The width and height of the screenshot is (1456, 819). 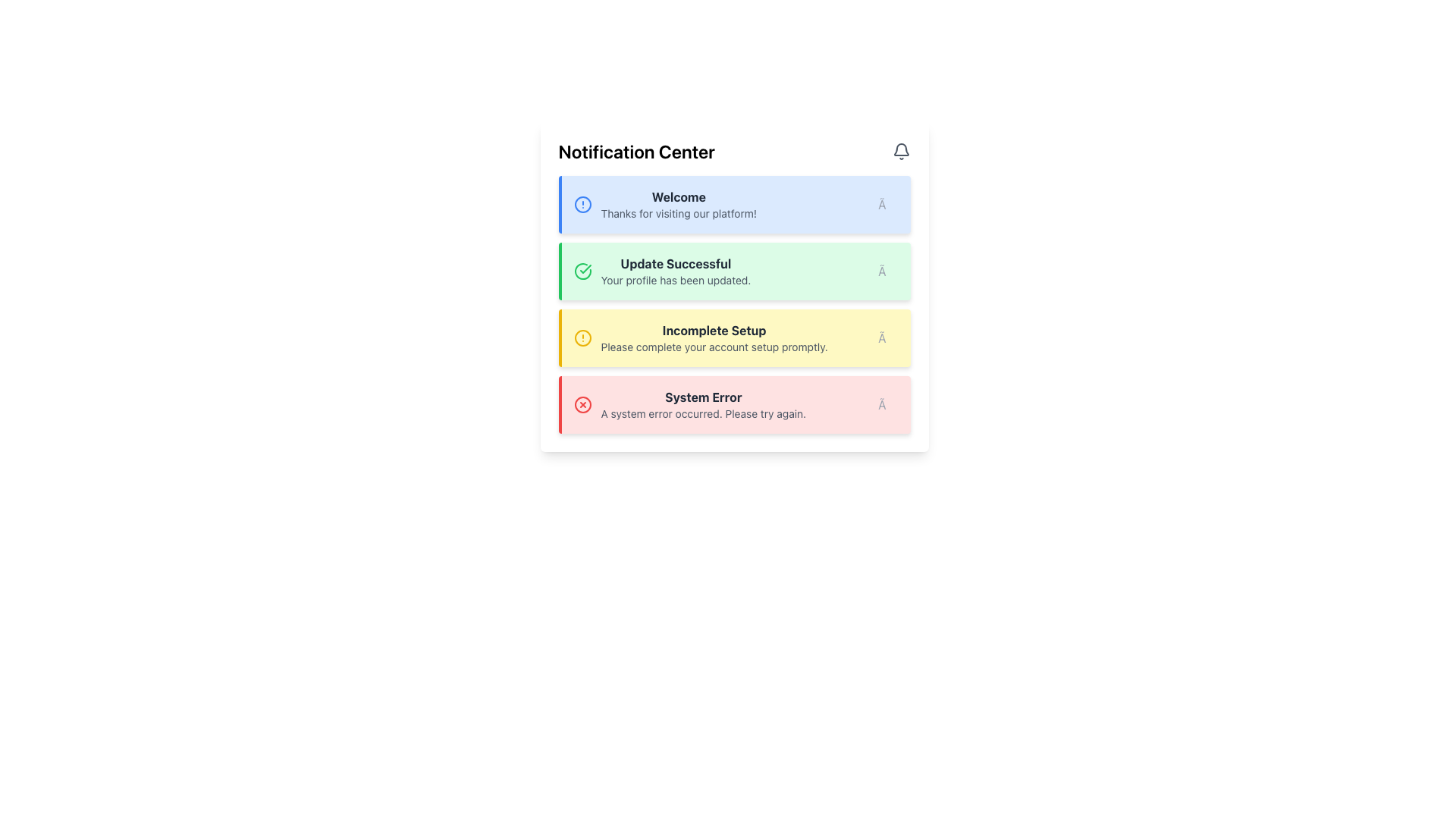 What do you see at coordinates (582, 337) in the screenshot?
I see `the innermost circle of the yellow alert icon in the 'Incomplete Setup' notification, which emphasizes the warning state` at bounding box center [582, 337].